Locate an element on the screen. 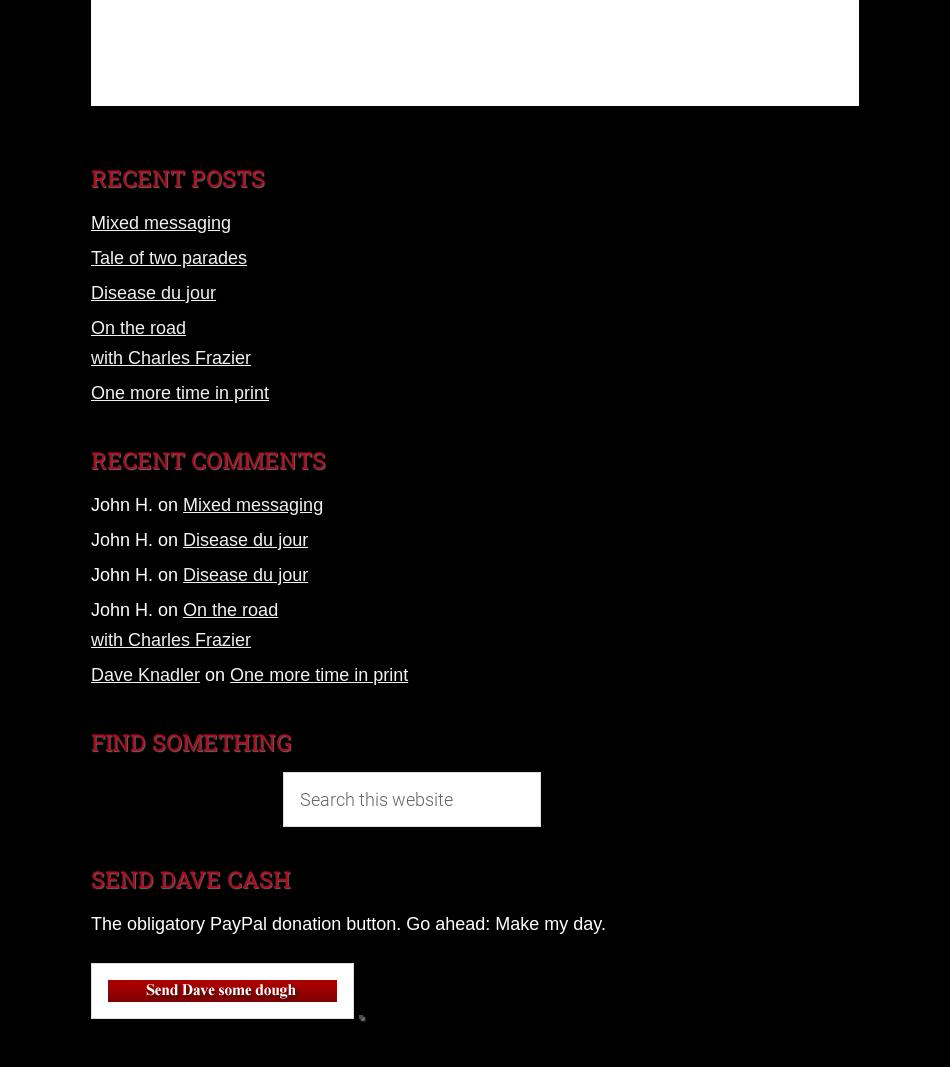 Image resolution: width=950 pixels, height=1067 pixels. 'FInd something' is located at coordinates (191, 741).